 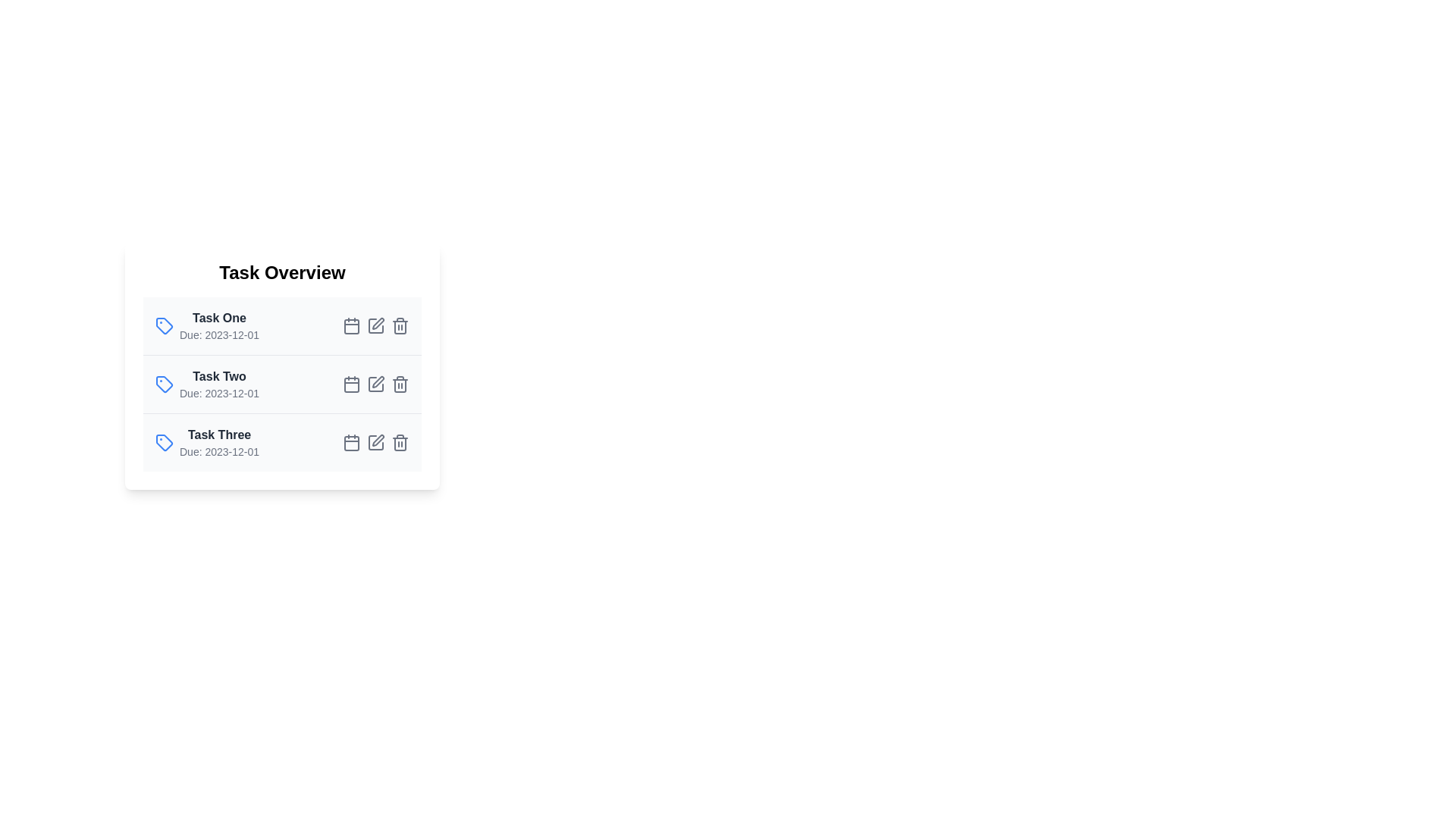 What do you see at coordinates (206, 442) in the screenshot?
I see `task information displayed in the third row of the task overview list, which includes 'Task Three' in bold dark gray text and 'Due: 2023-12-01' in smaller lighter gray text, along with a blue tag icon to its left` at bounding box center [206, 442].